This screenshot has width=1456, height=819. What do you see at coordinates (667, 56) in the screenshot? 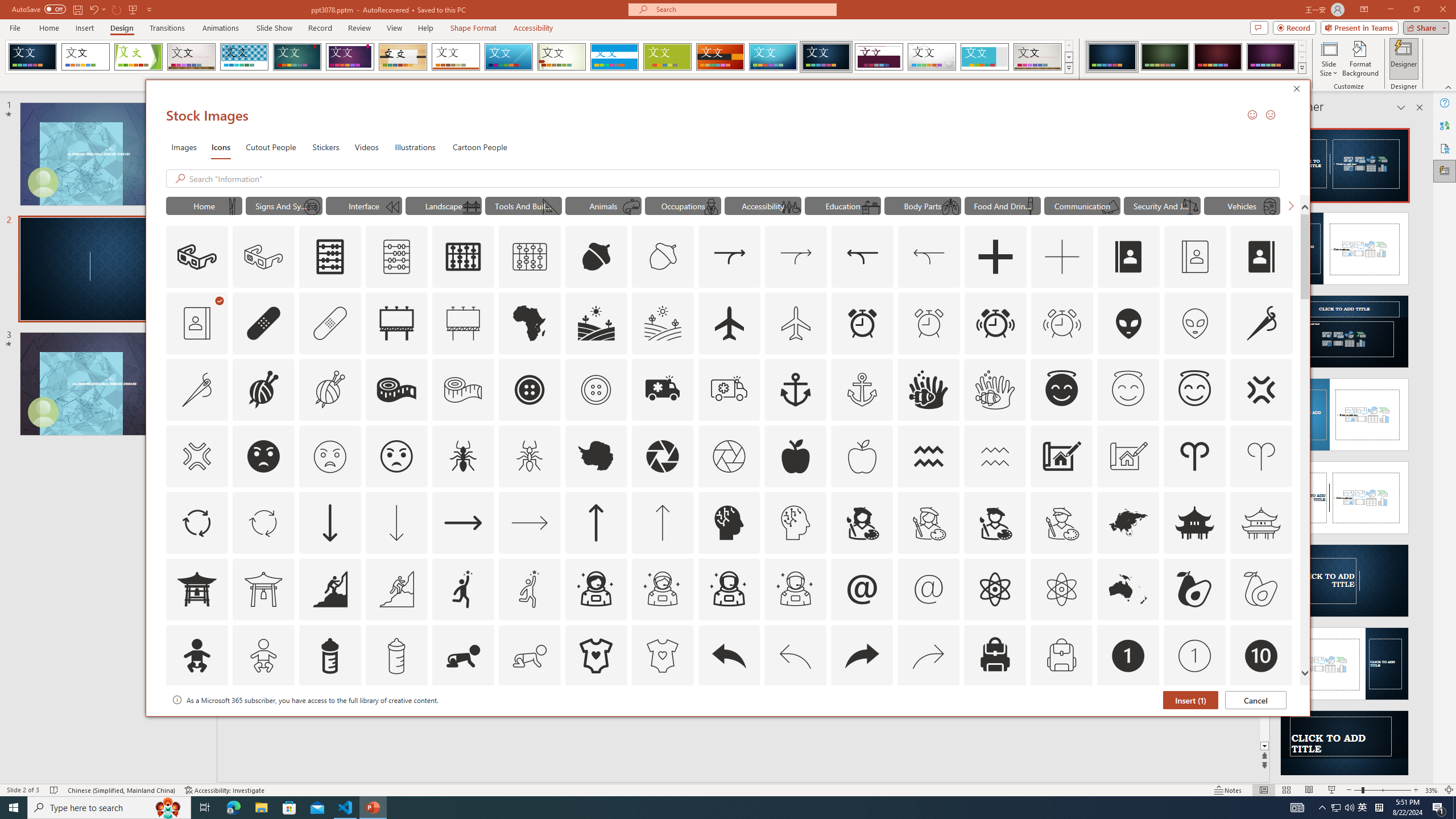
I see `'Basis'` at bounding box center [667, 56].